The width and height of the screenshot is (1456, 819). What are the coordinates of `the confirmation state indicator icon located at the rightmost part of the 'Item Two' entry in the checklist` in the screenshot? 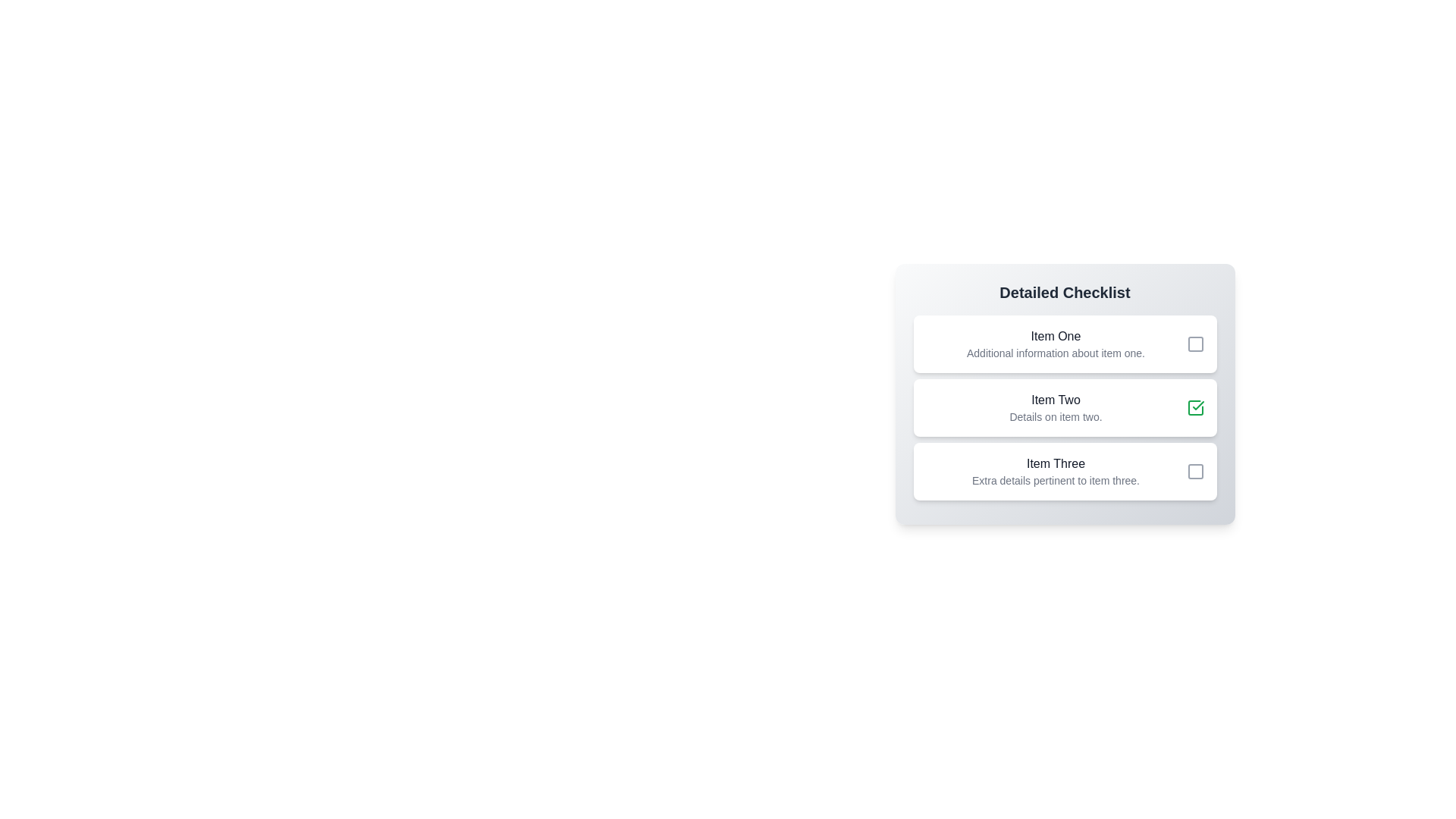 It's located at (1194, 406).